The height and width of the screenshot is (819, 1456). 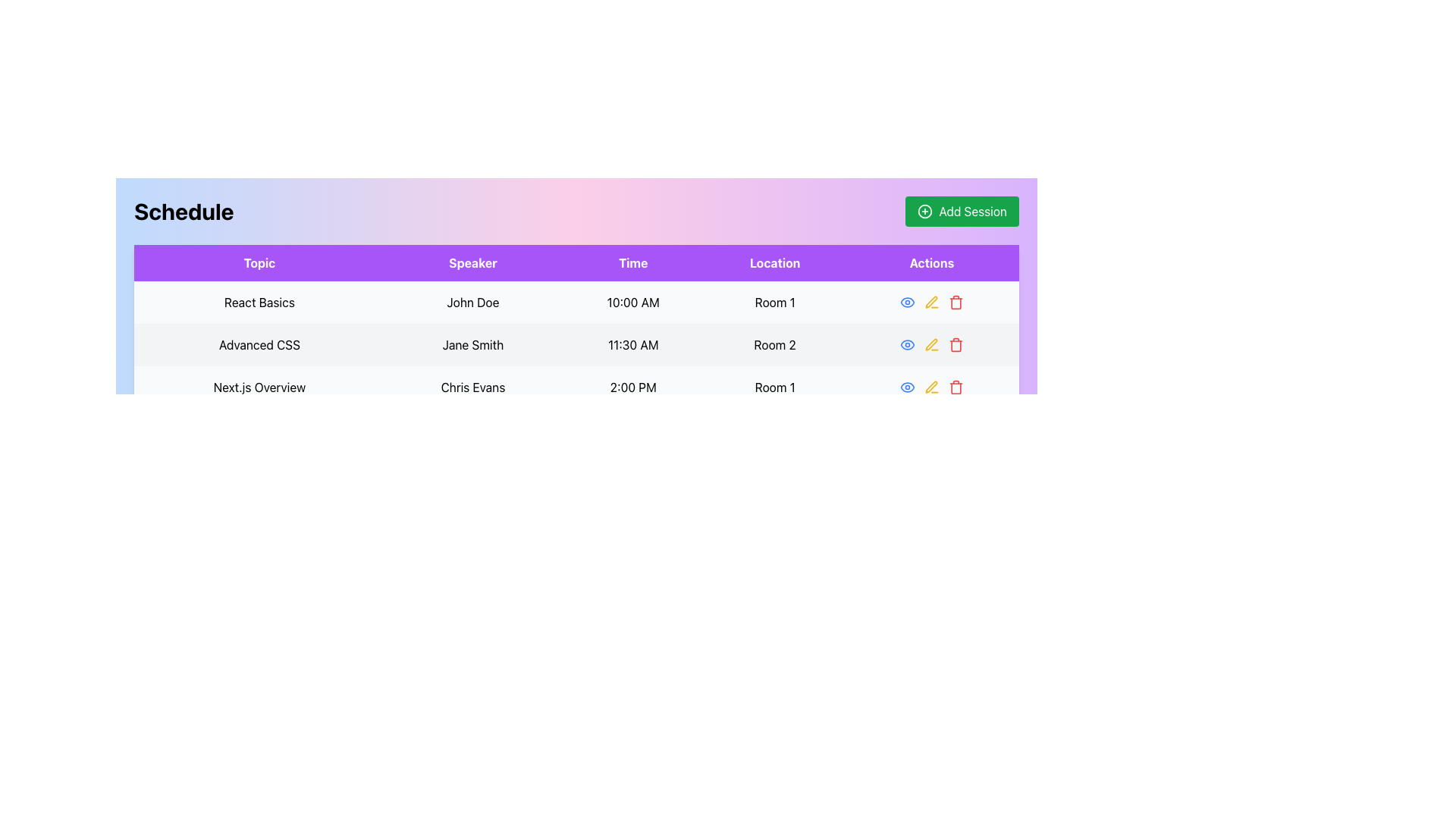 What do you see at coordinates (930, 262) in the screenshot?
I see `the 'Actions' column header in the table, which is the fifth column from the left, positioned above action icons` at bounding box center [930, 262].